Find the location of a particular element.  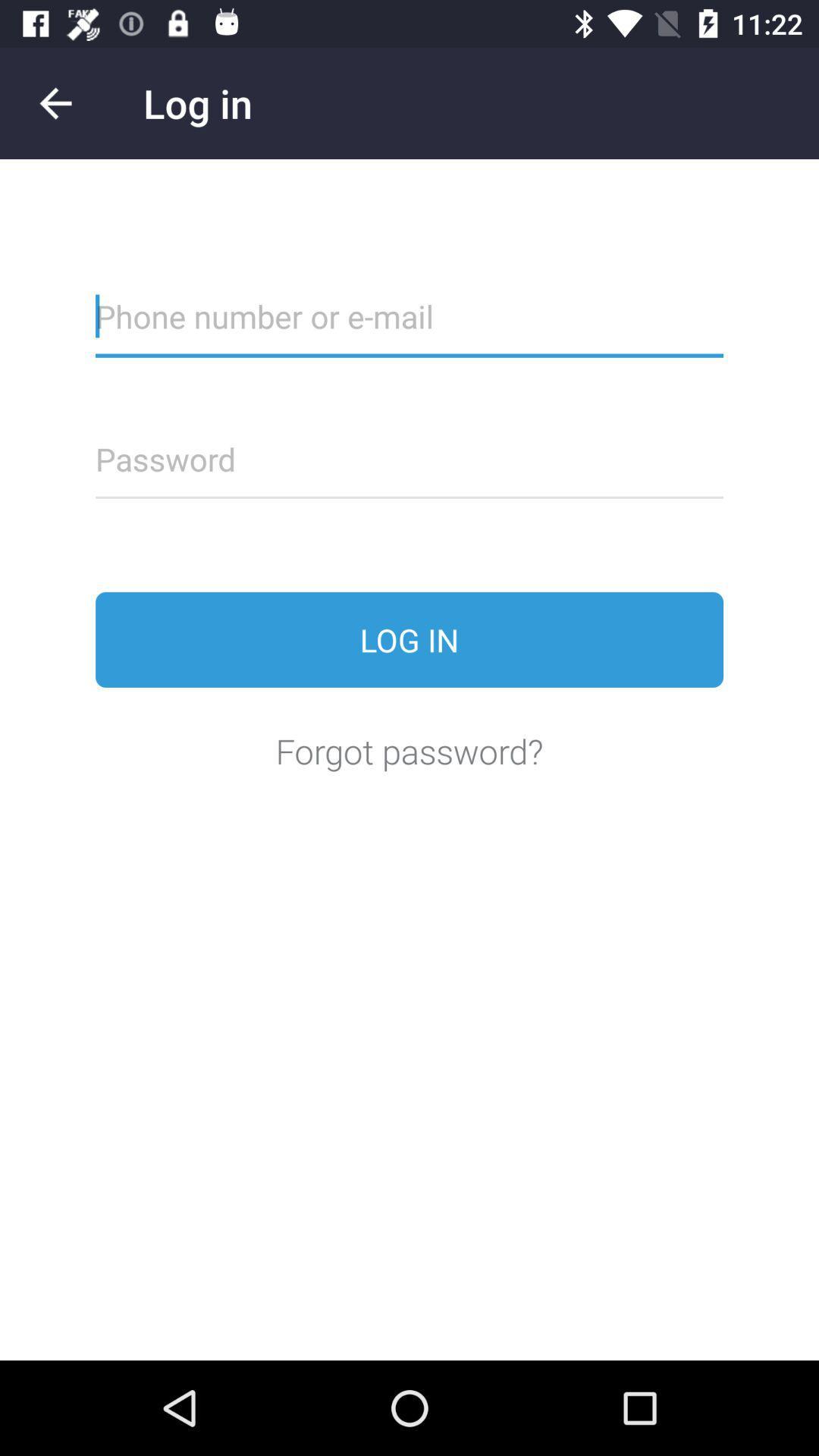

password is located at coordinates (409, 468).